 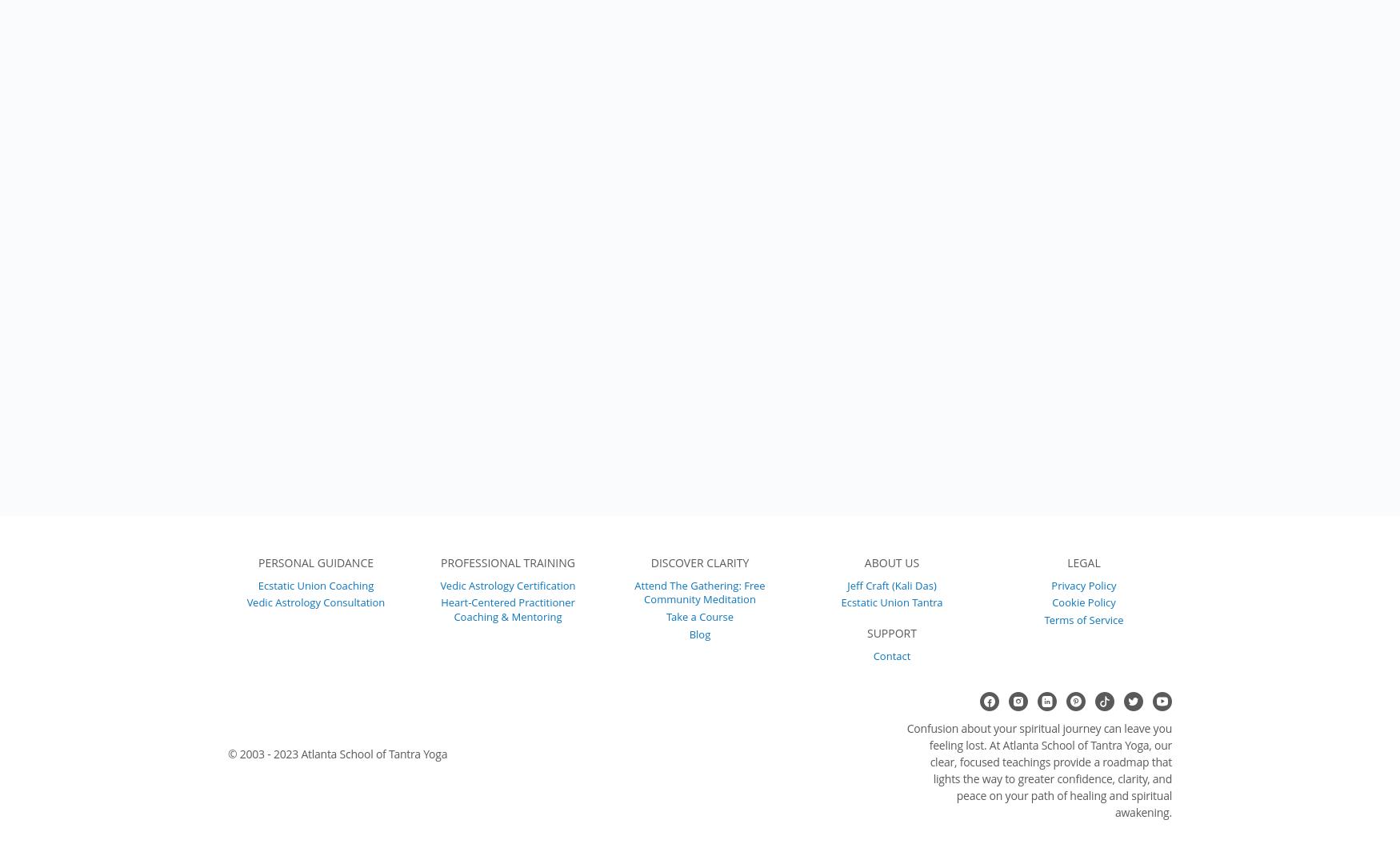 What do you see at coordinates (314, 562) in the screenshot?
I see `'PERSONAL GUIDANCE'` at bounding box center [314, 562].